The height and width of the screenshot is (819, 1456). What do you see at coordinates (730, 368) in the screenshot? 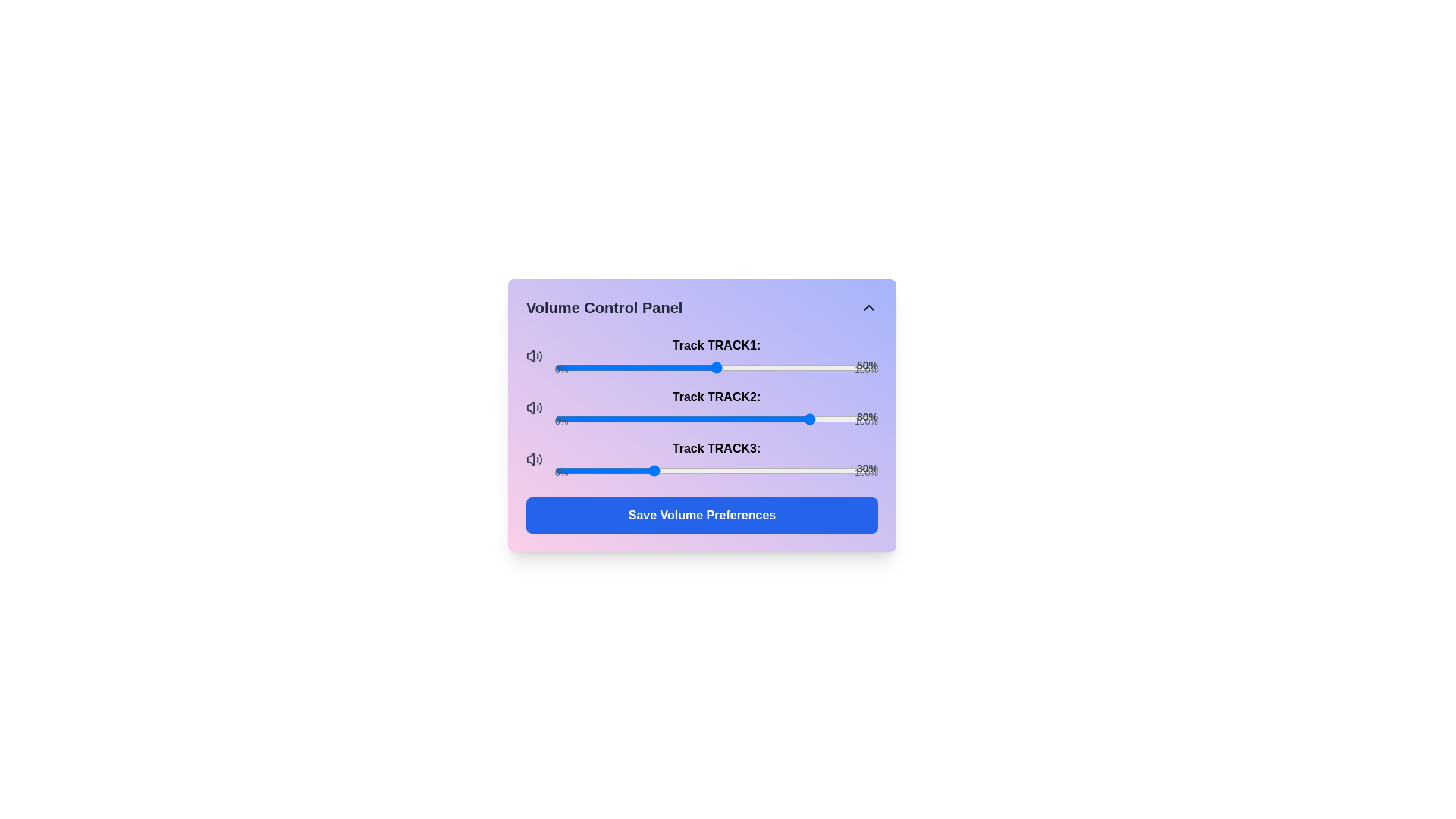
I see `the volume` at bounding box center [730, 368].